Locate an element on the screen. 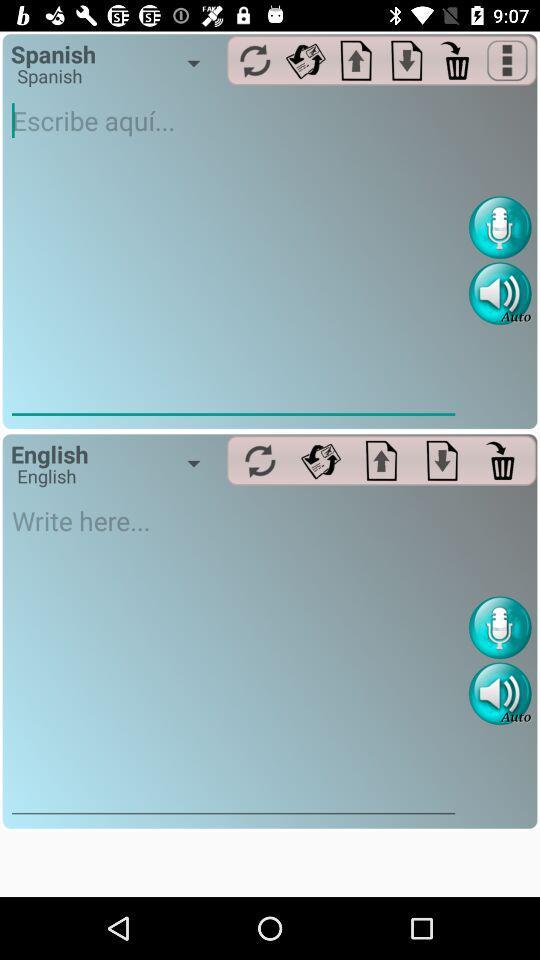  record is located at coordinates (499, 626).